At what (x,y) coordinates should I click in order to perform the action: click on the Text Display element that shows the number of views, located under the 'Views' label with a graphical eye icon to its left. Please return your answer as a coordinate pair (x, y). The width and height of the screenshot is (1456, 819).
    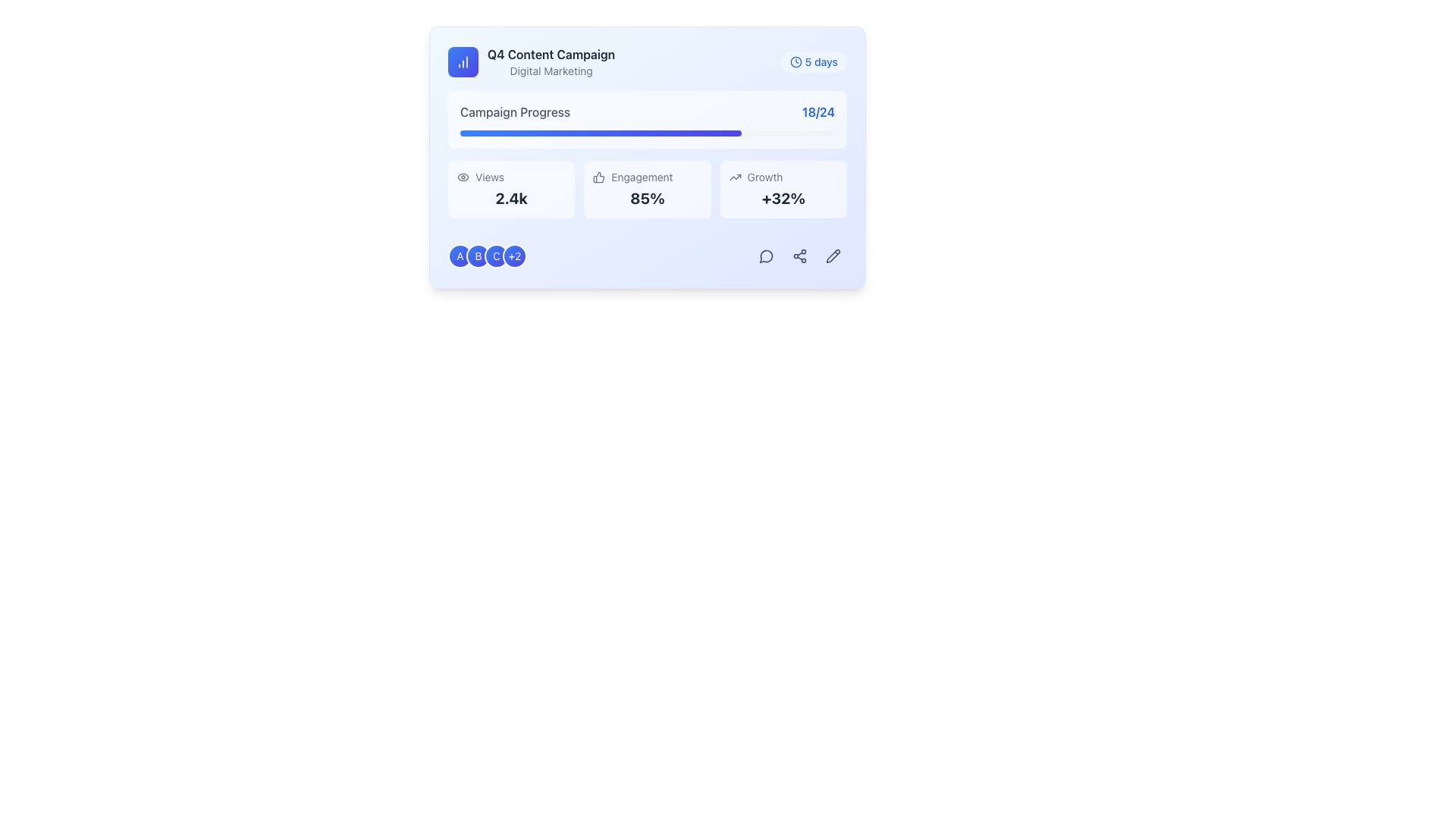
    Looking at the image, I should click on (511, 197).